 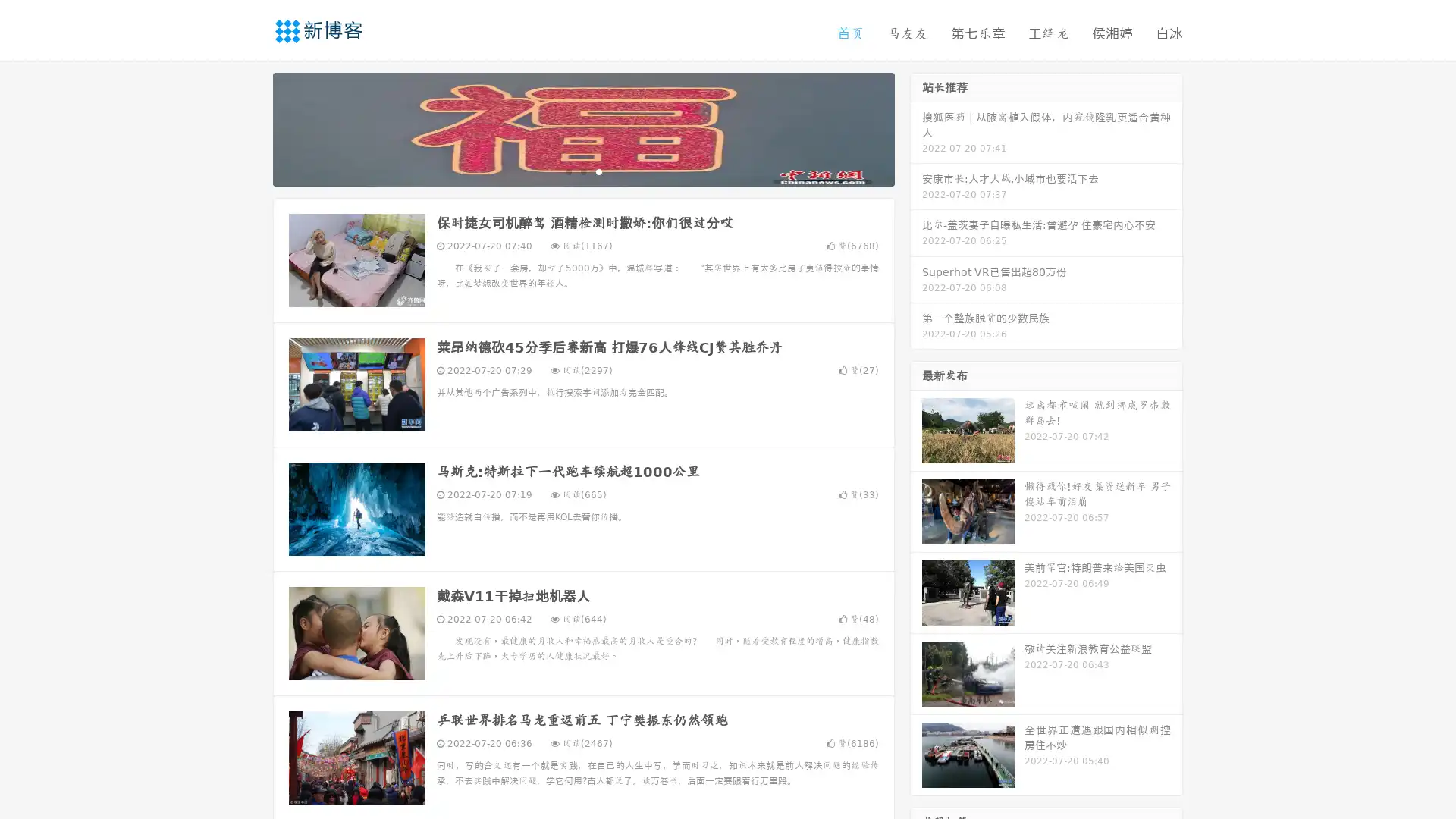 I want to click on Go to slide 3, so click(x=598, y=171).